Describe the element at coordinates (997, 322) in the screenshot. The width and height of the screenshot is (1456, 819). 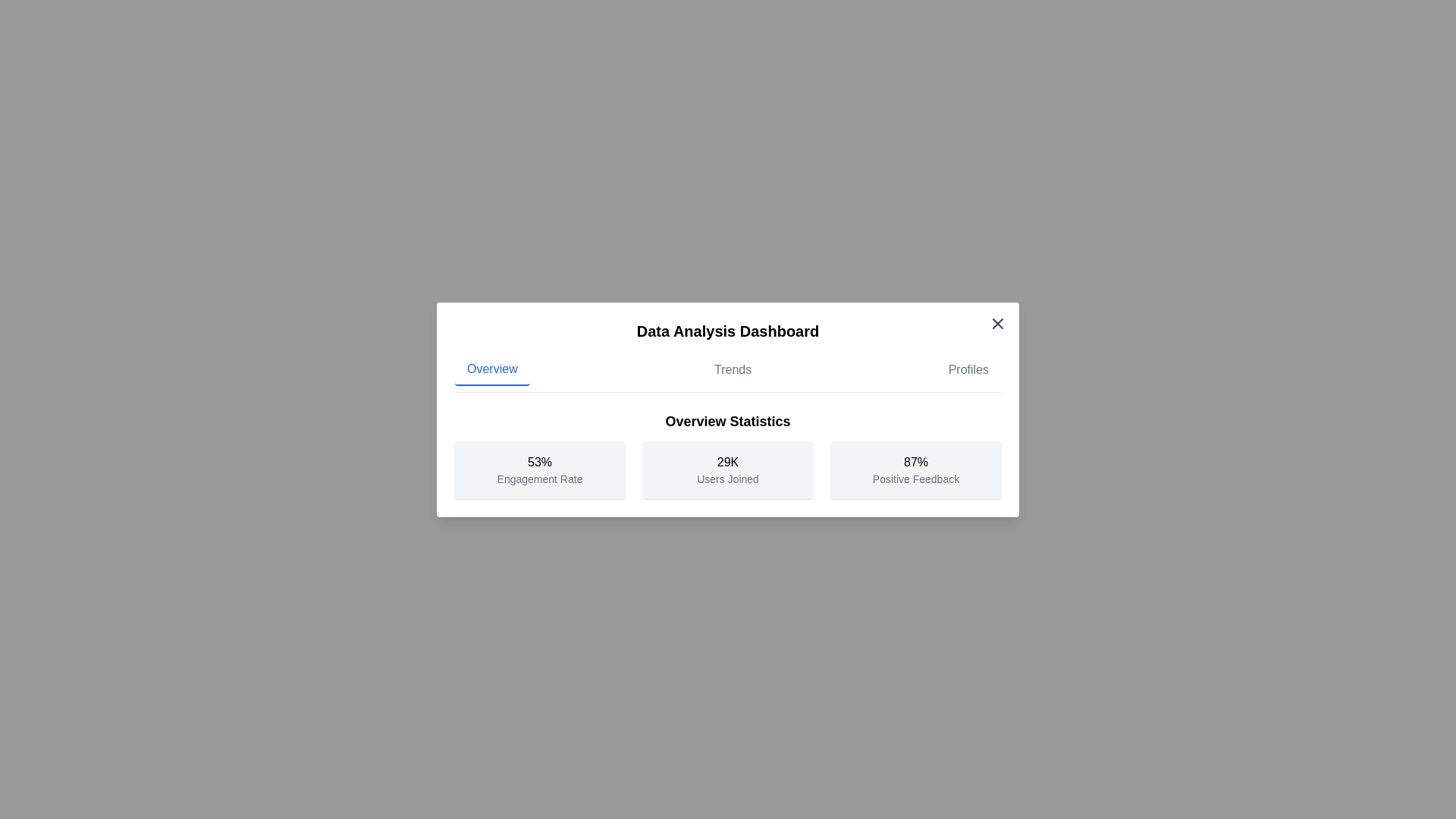
I see `the Close button located in the top-right corner of the 'Data Analysis Dashboard'` at that location.